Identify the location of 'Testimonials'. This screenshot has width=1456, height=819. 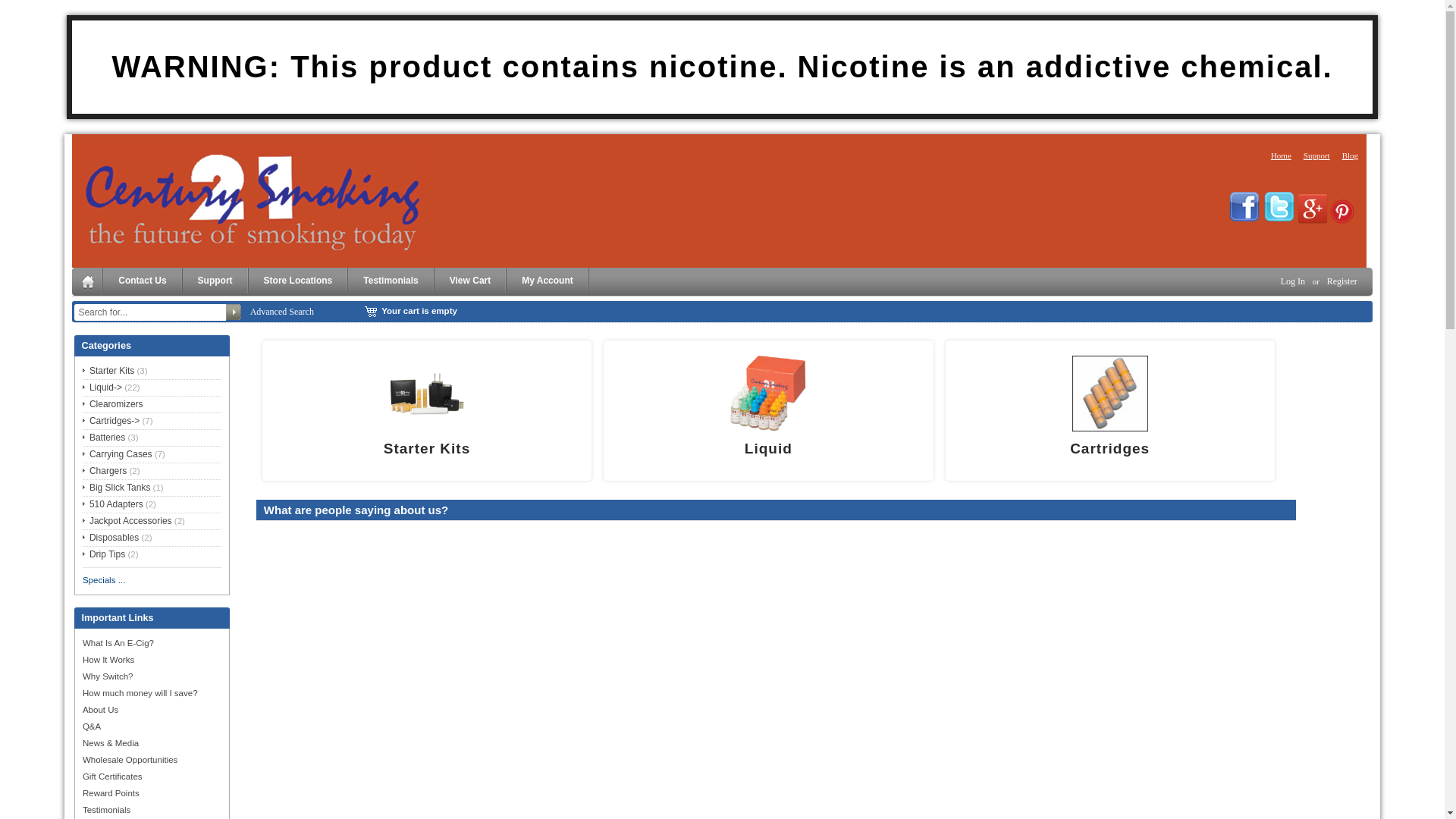
(390, 281).